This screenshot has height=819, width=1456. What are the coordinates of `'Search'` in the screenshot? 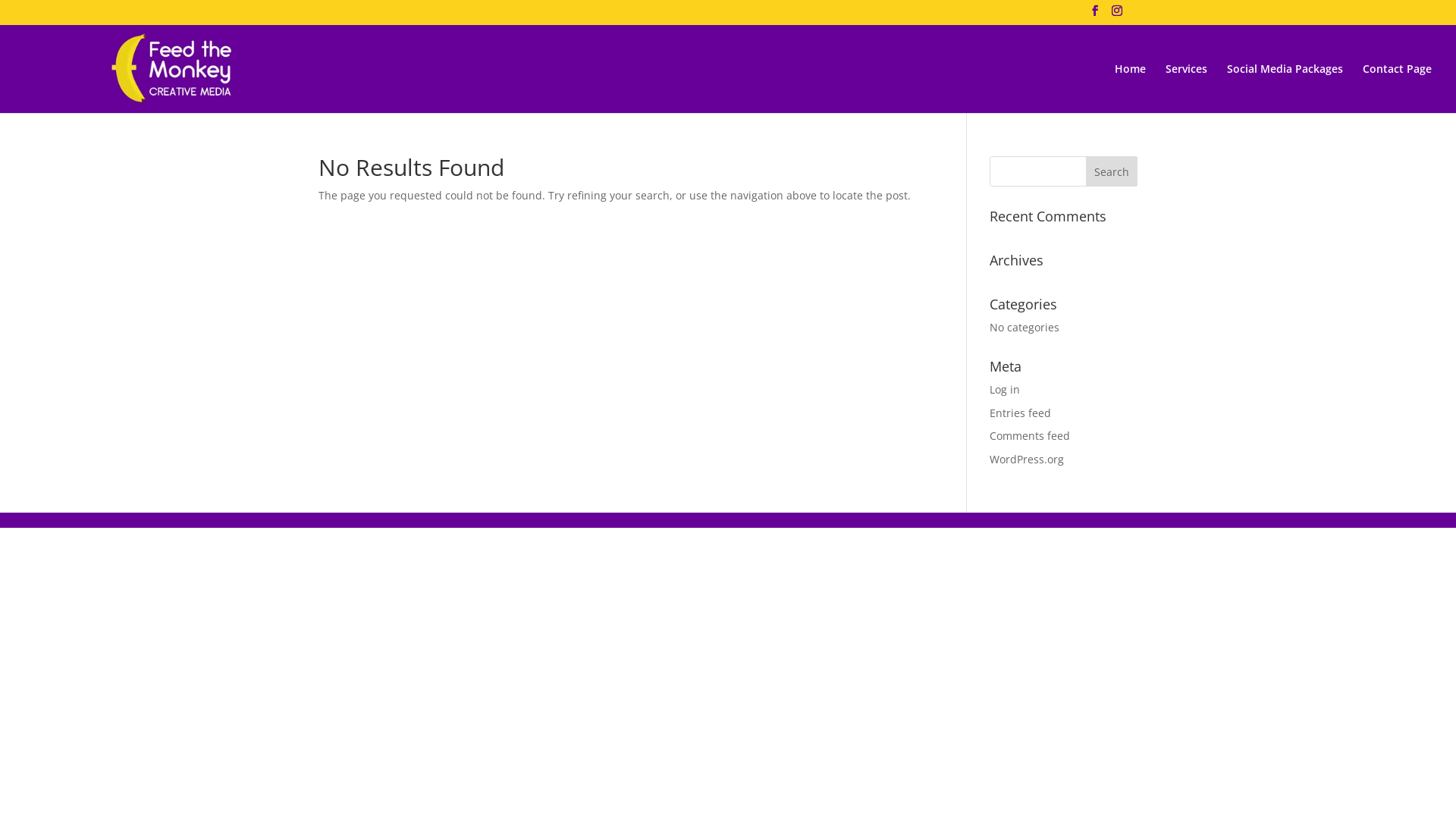 It's located at (1111, 171).